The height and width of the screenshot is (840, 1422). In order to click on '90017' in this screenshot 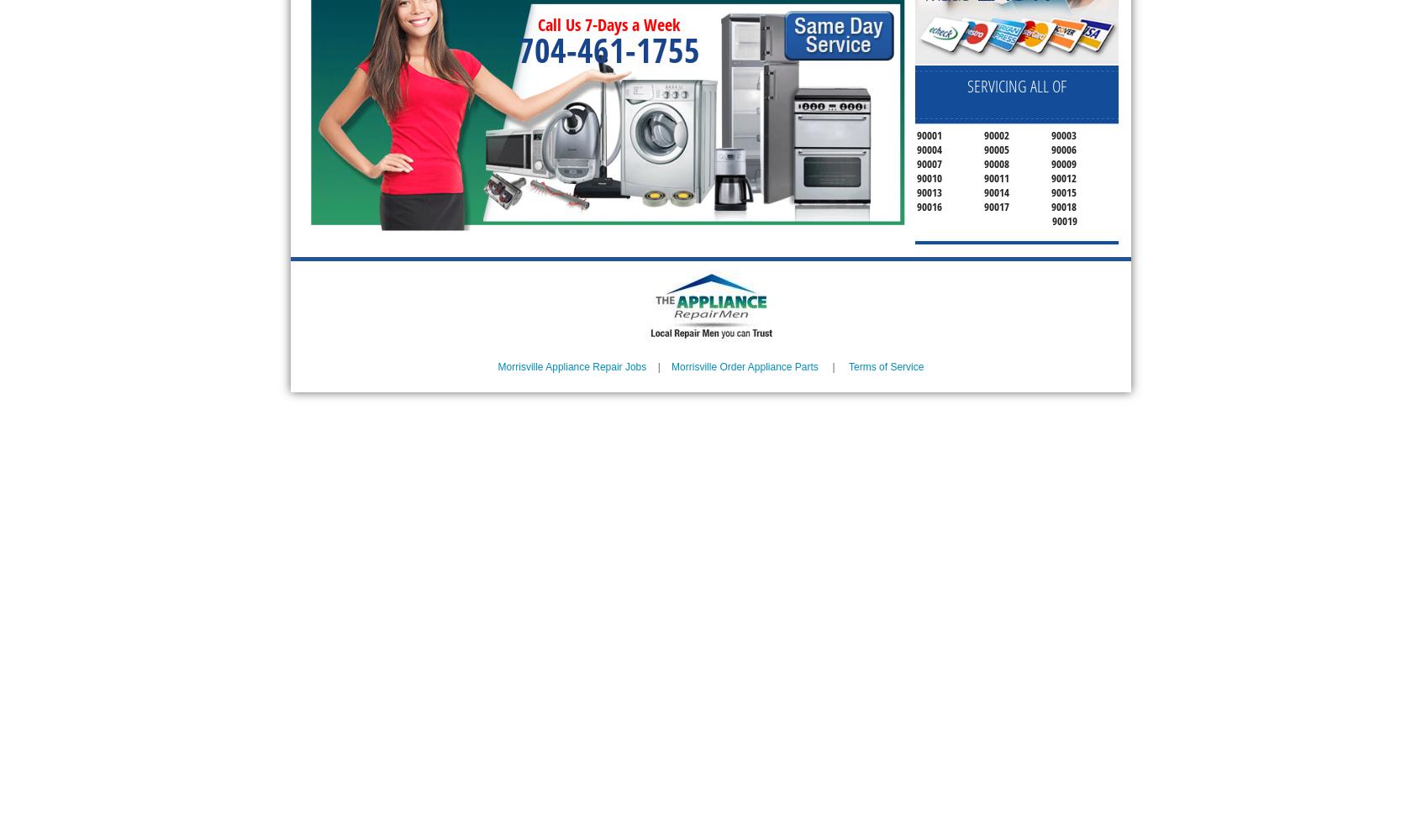, I will do `click(995, 205)`.